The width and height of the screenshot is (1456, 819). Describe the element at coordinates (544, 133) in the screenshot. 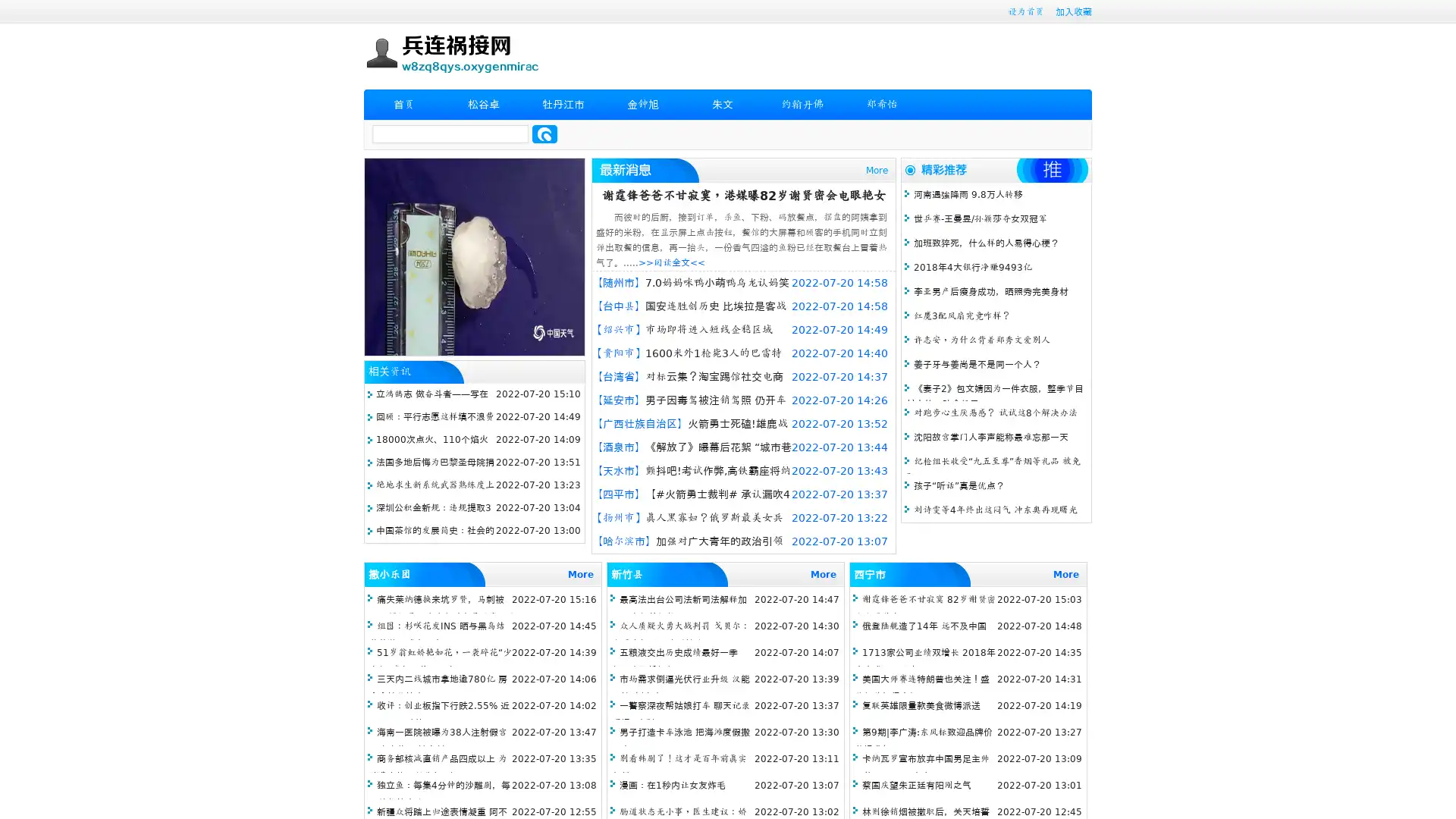

I see `Search` at that location.